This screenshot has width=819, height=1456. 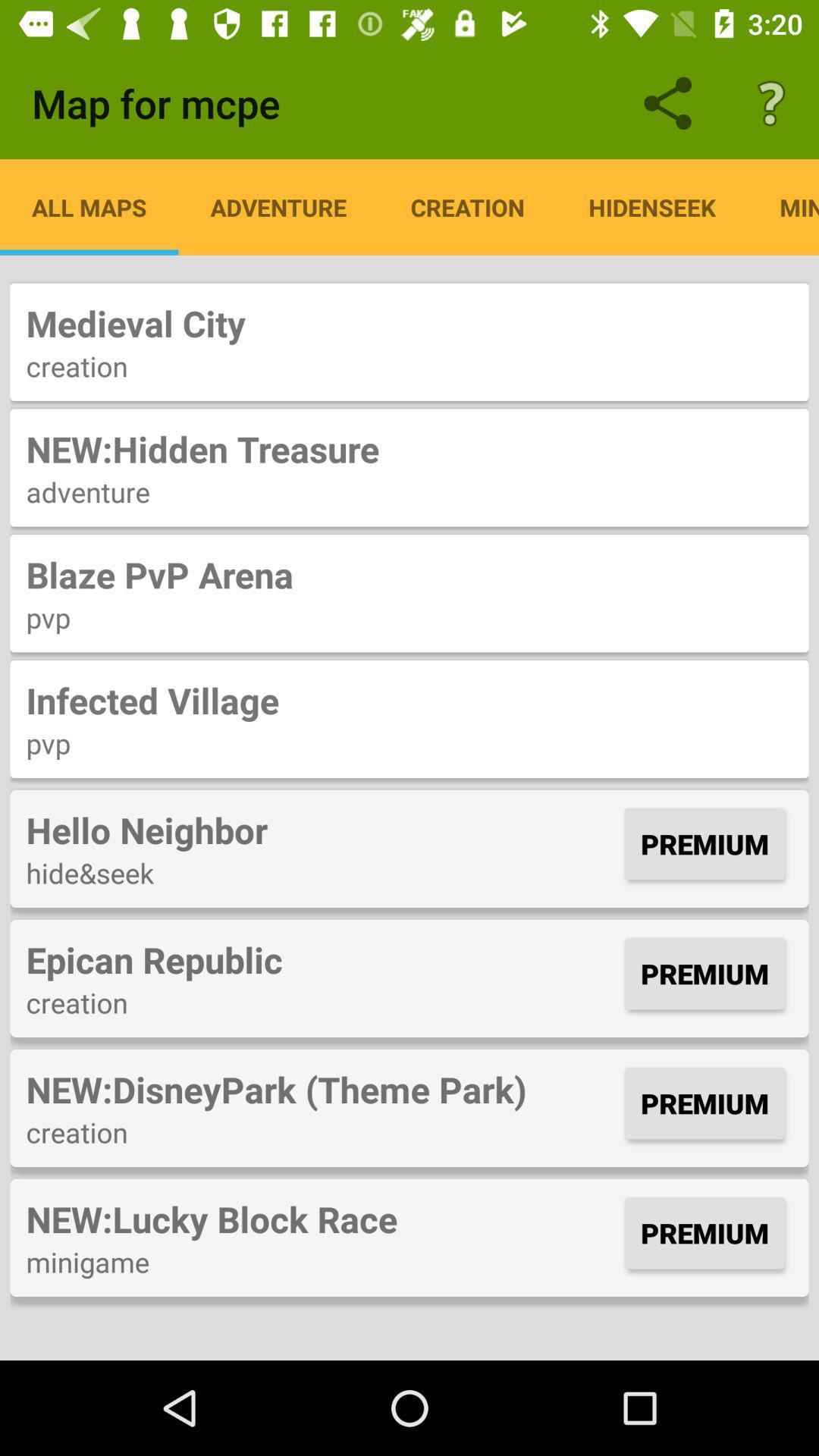 I want to click on the icon above creation icon, so click(x=409, y=322).